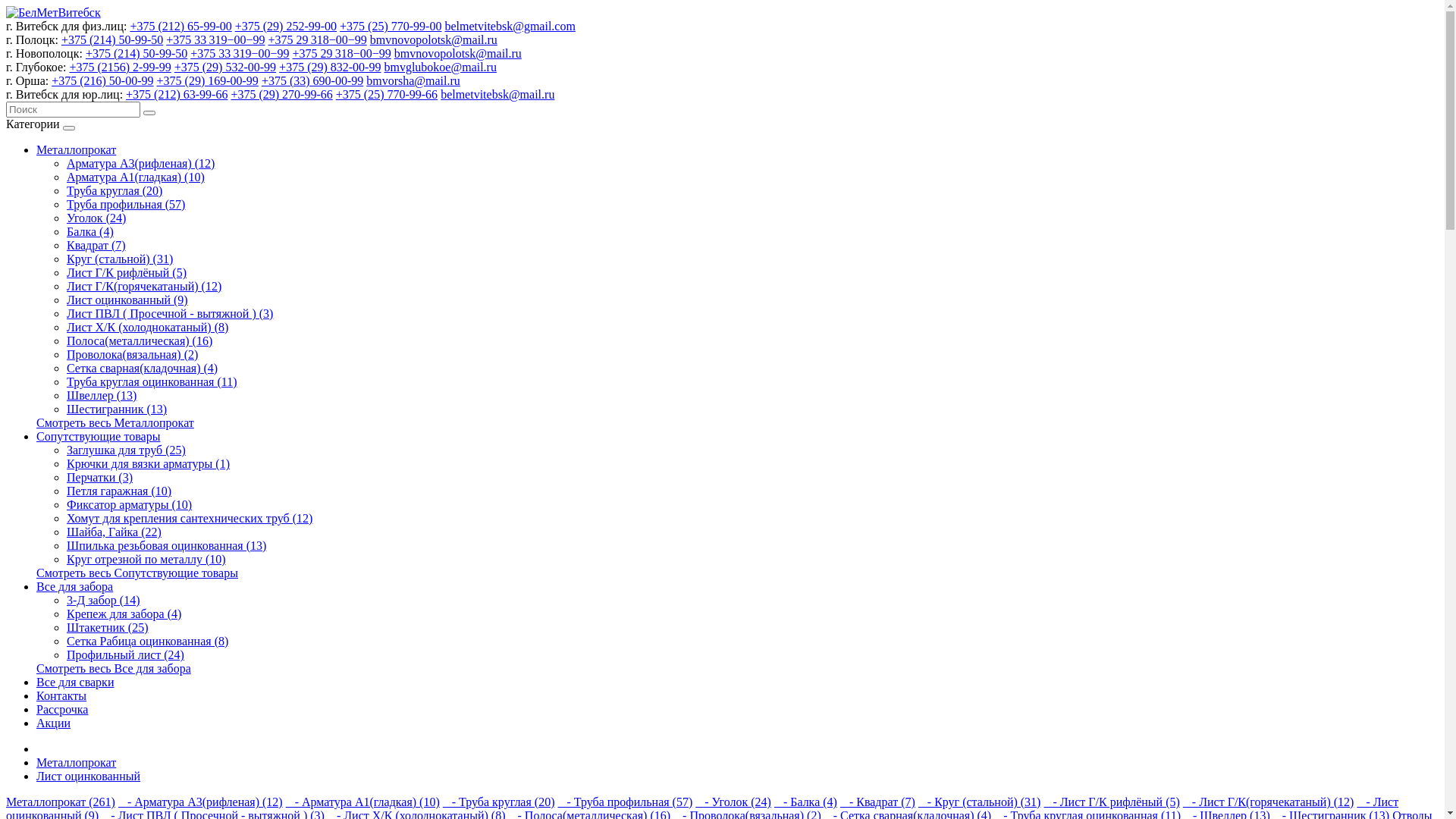 Image resolution: width=1456 pixels, height=819 pixels. What do you see at coordinates (206, 80) in the screenshot?
I see `'+375 (29) 169-00-99'` at bounding box center [206, 80].